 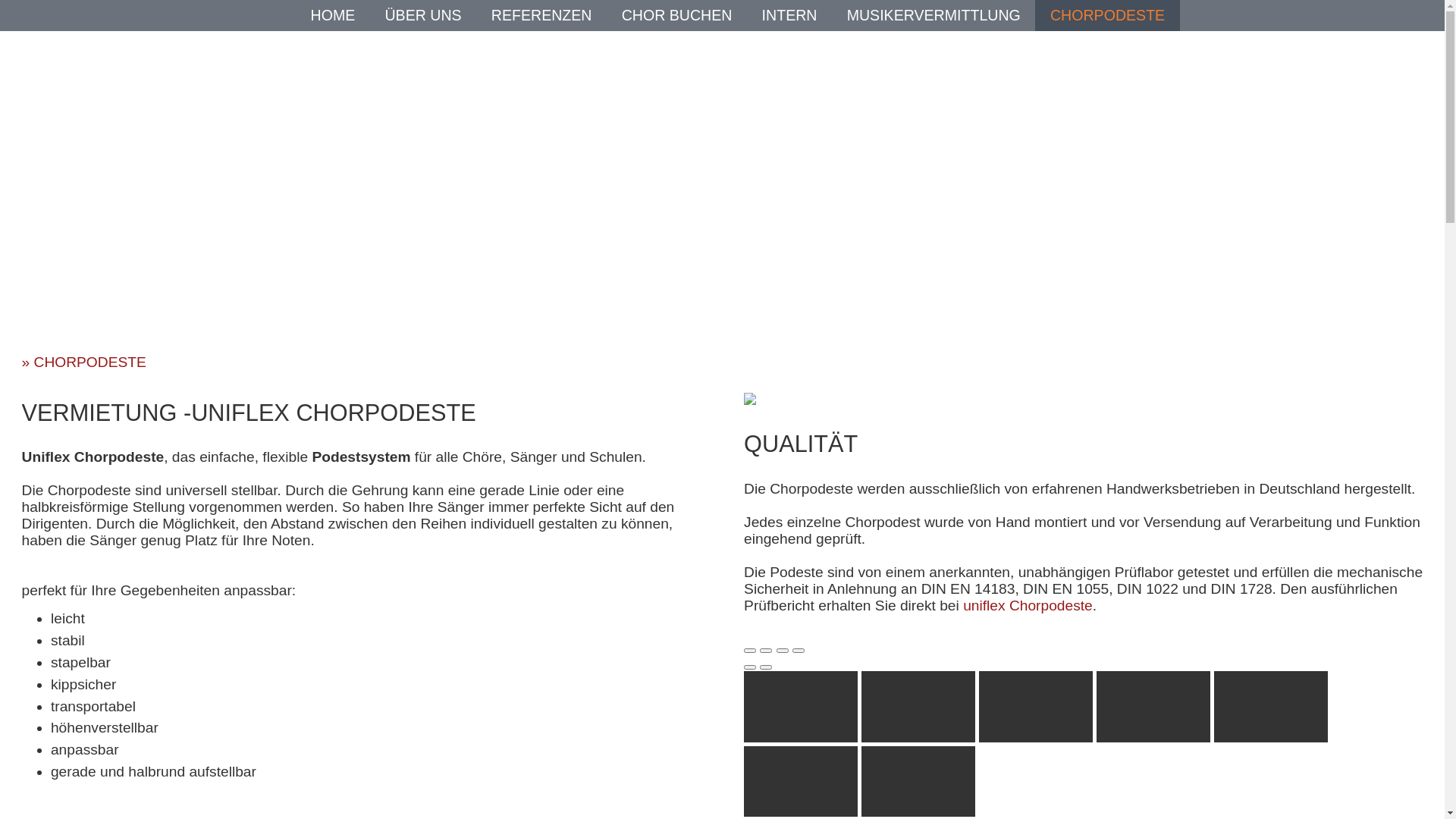 What do you see at coordinates (933, 14) in the screenshot?
I see `'MUSIKERVERMITTLUNG'` at bounding box center [933, 14].